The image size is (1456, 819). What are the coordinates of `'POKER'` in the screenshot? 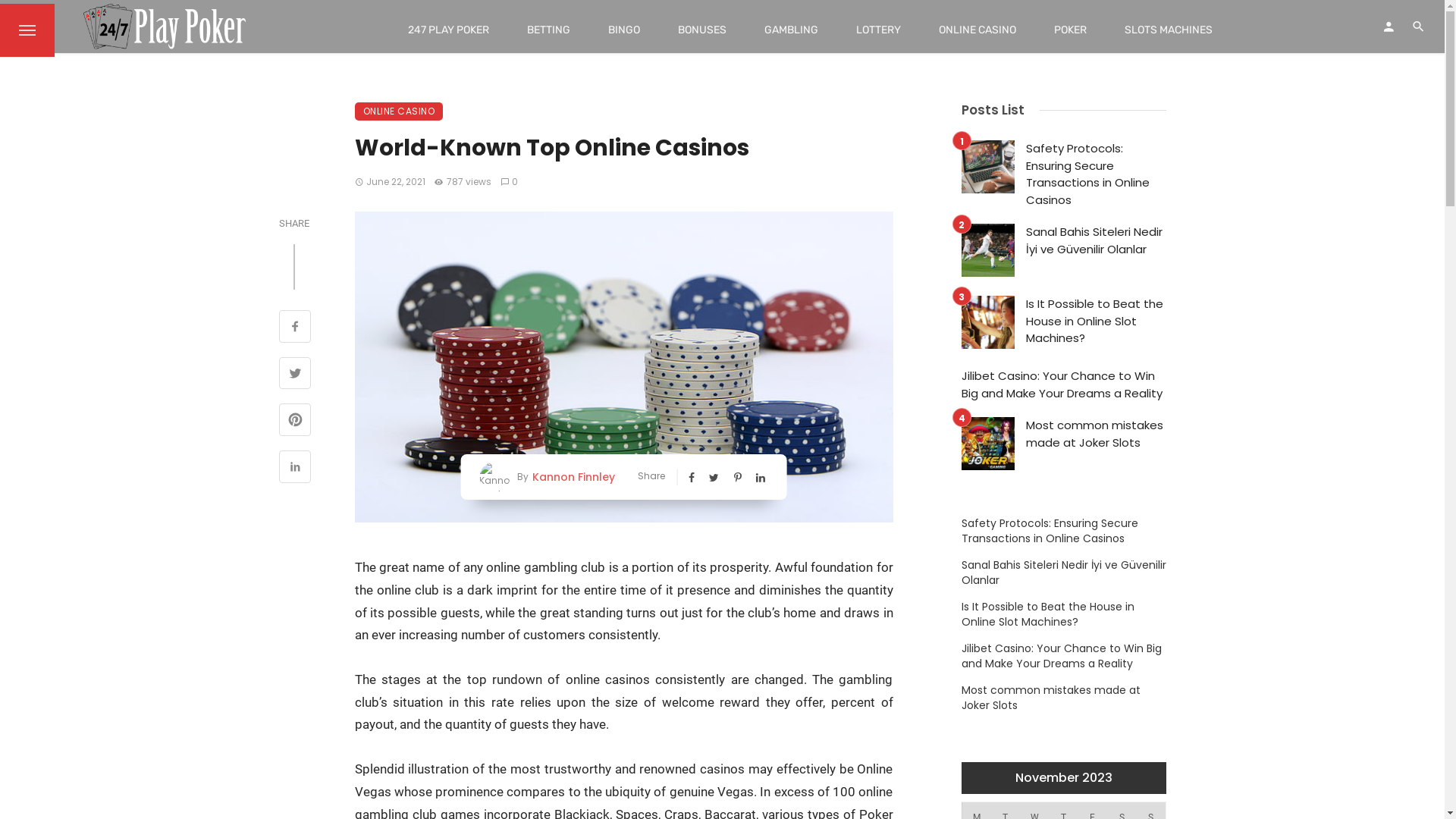 It's located at (1069, 30).